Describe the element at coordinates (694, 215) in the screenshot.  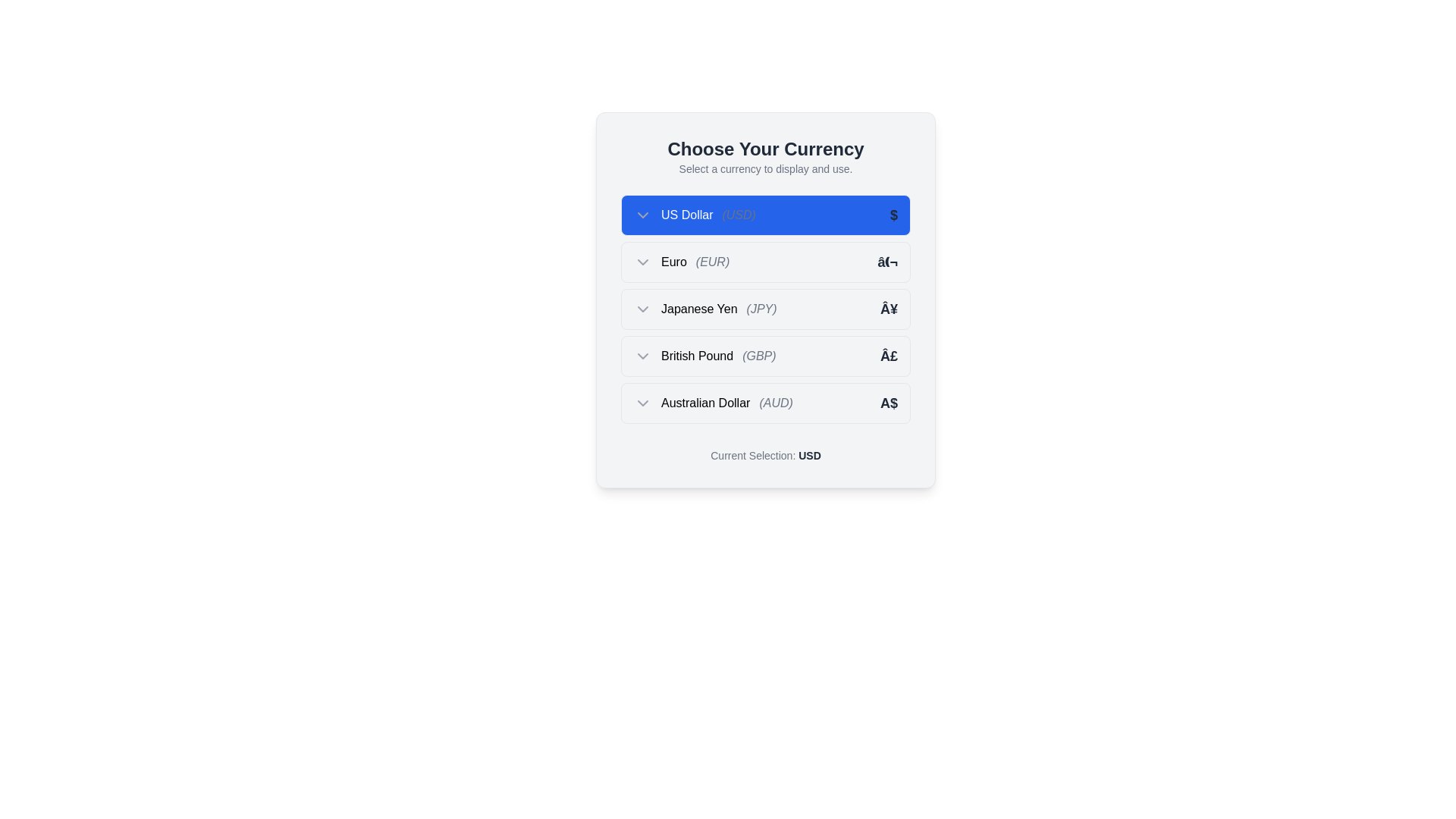
I see `the Text display (Label) that shows the US Dollar (USD) currency option, which is located to the right of the chevron icon and to the left of the currency code in the currency selection menu` at that location.